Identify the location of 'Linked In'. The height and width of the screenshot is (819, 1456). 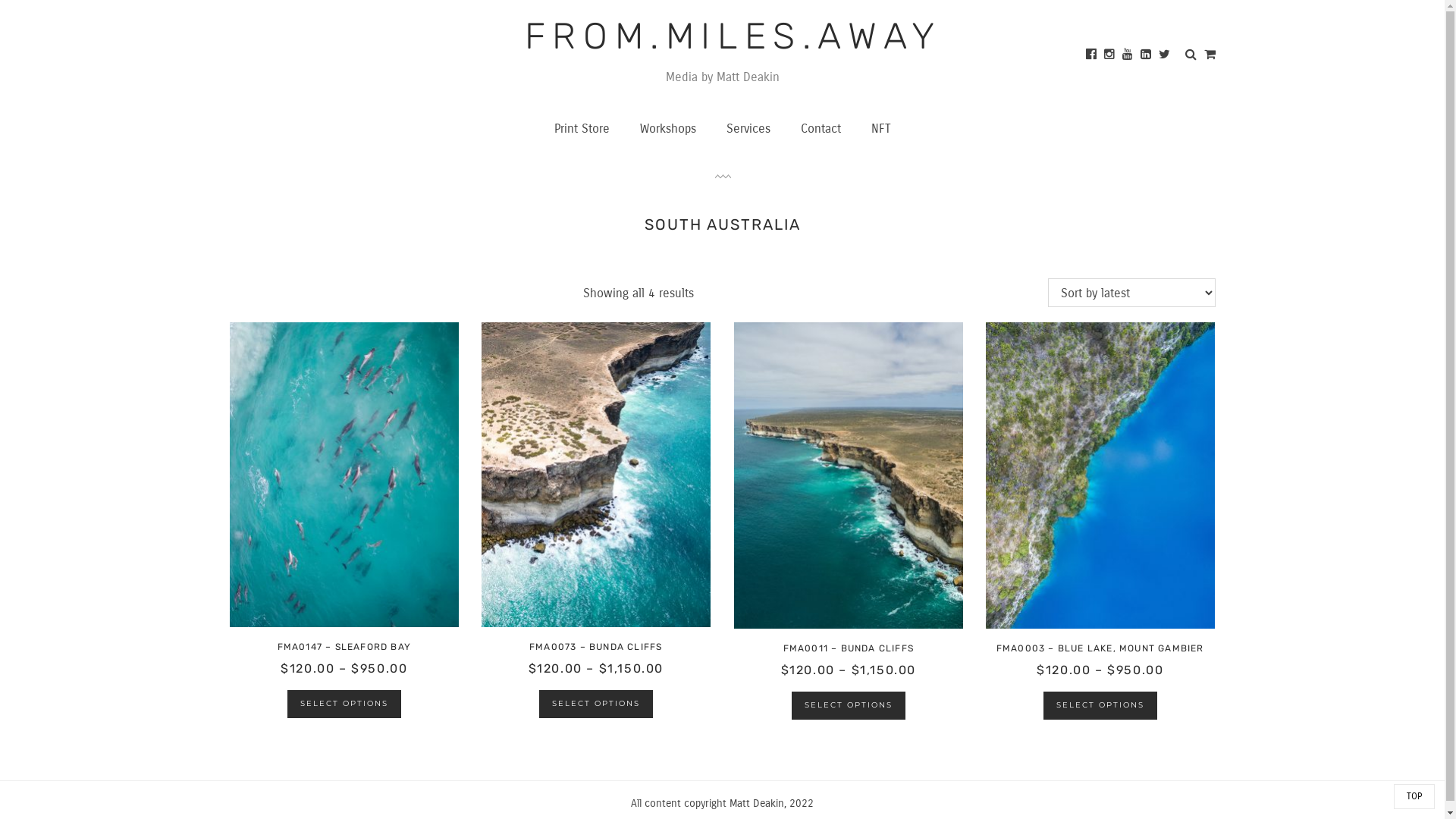
(1146, 52).